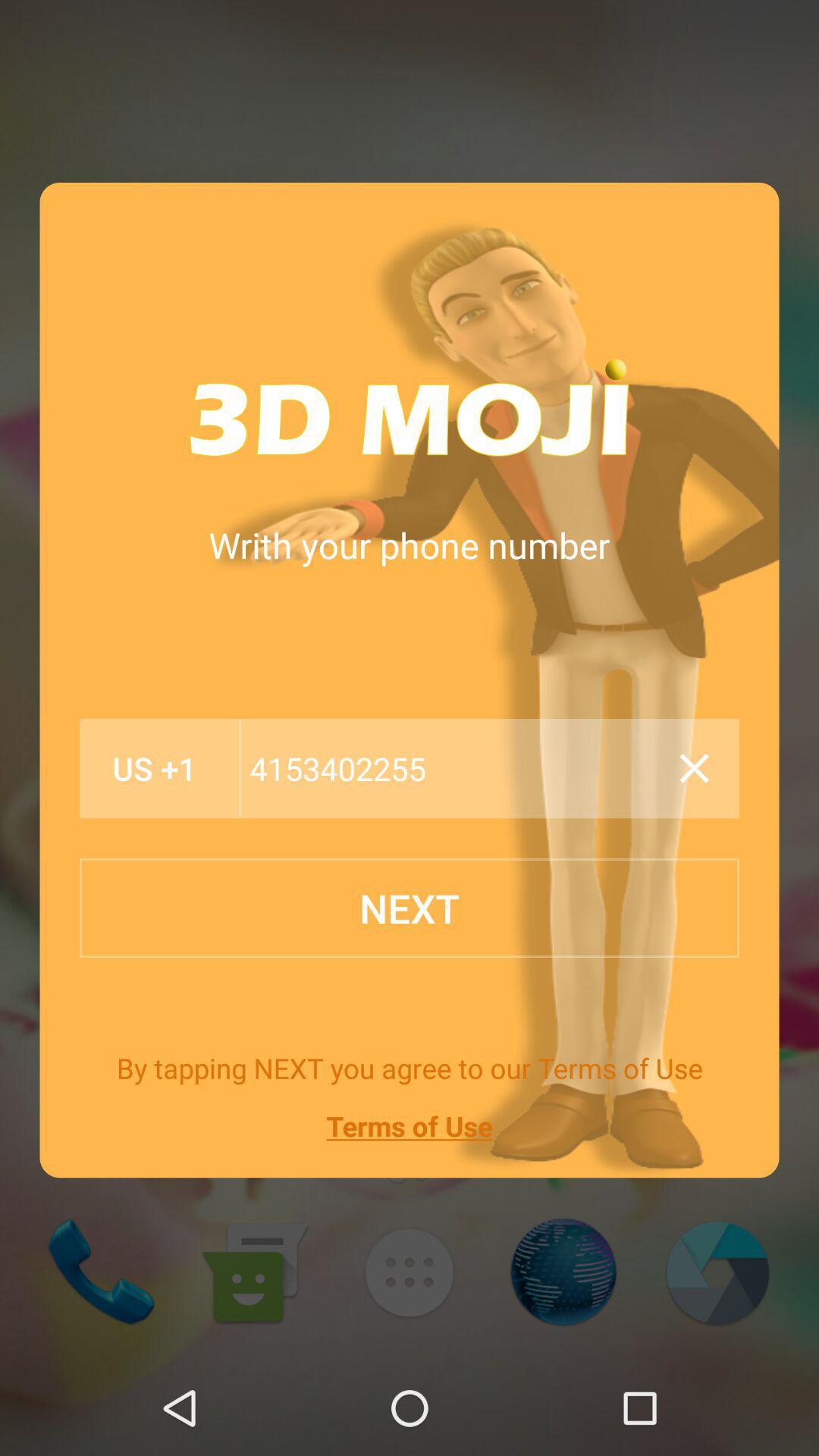  I want to click on icon next to the 4153402255, so click(694, 768).